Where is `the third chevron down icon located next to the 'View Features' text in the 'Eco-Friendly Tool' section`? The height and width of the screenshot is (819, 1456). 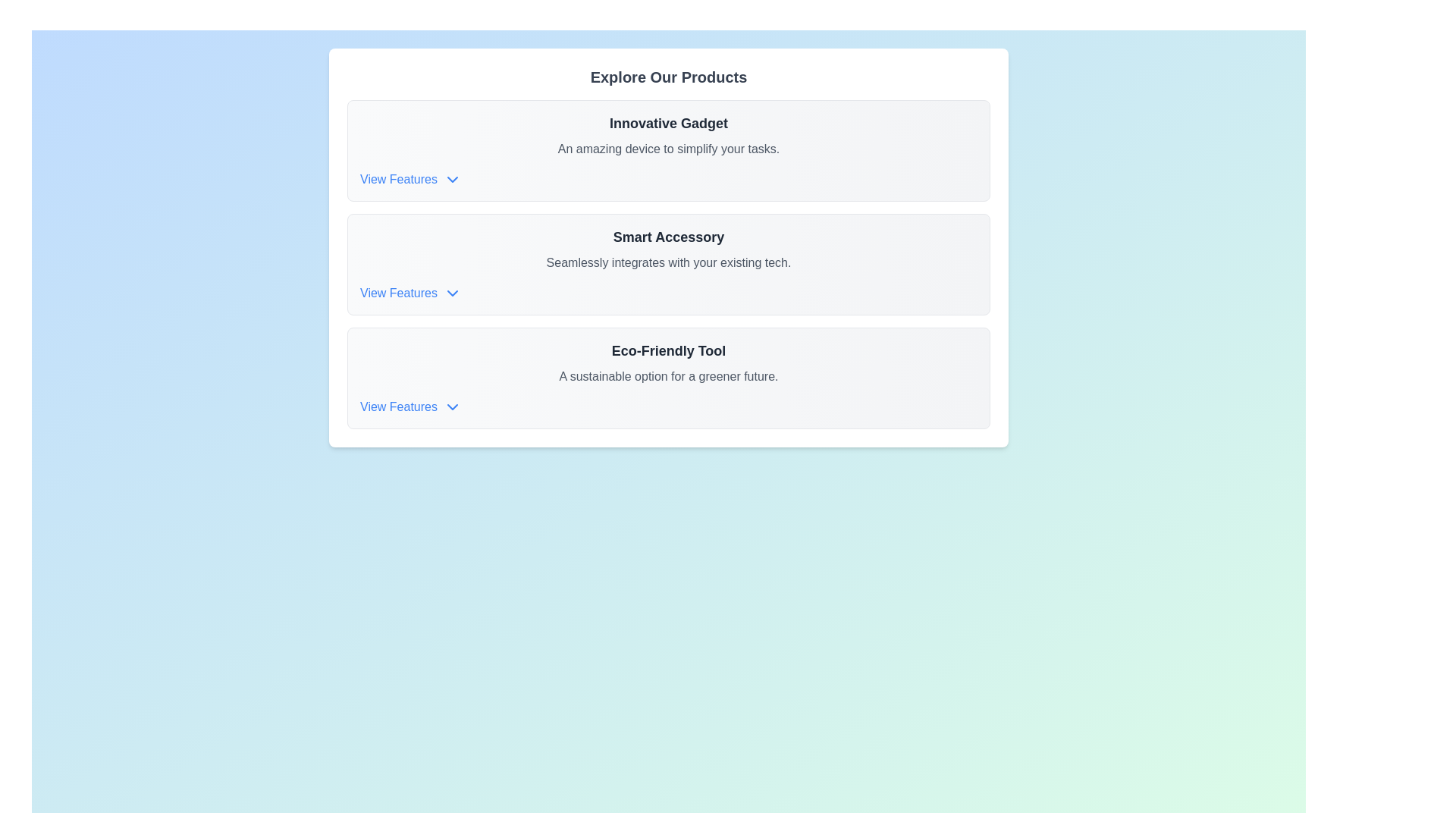
the third chevron down icon located next to the 'View Features' text in the 'Eco-Friendly Tool' section is located at coordinates (451, 406).